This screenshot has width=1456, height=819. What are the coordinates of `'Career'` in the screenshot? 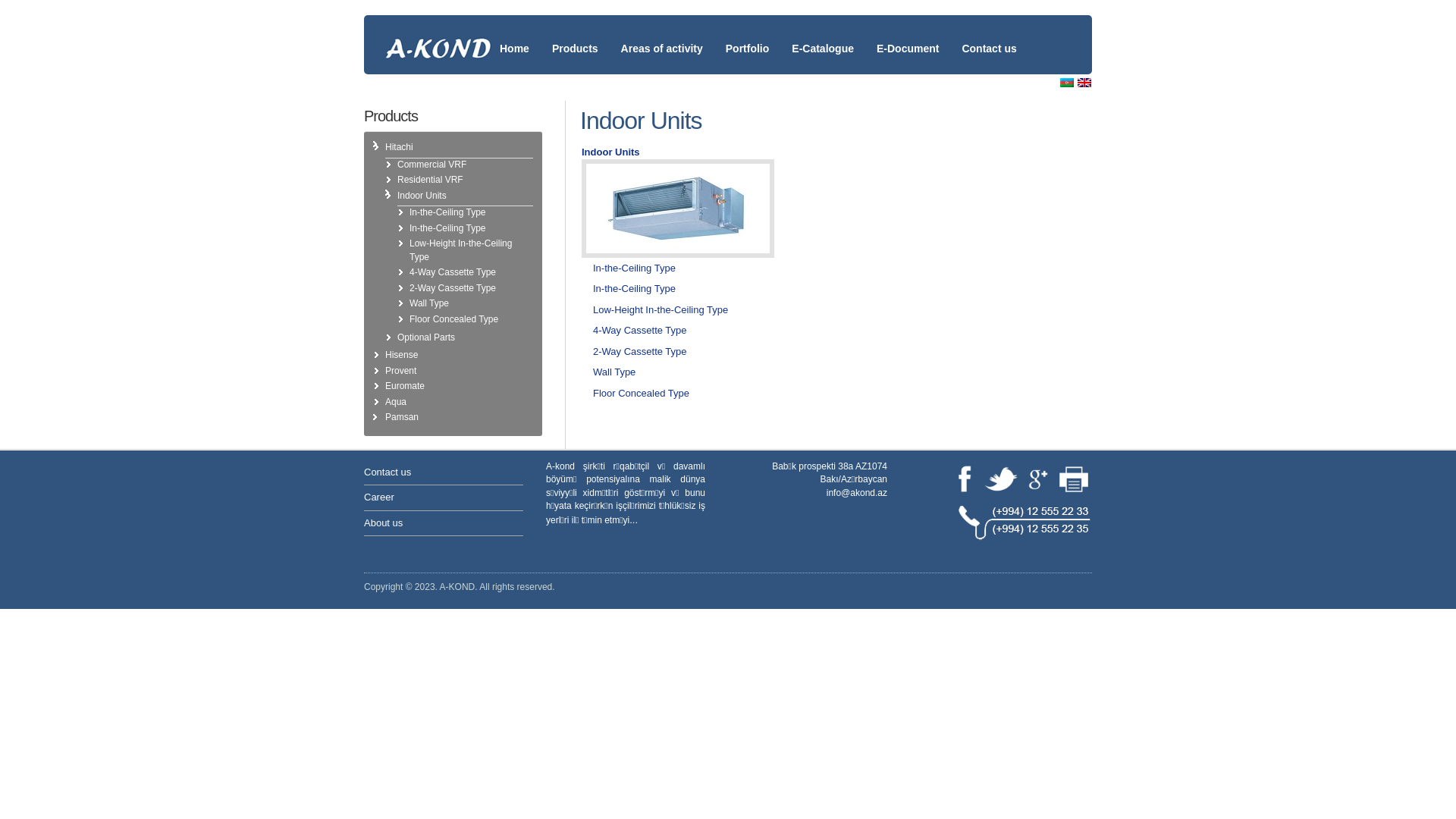 It's located at (378, 497).